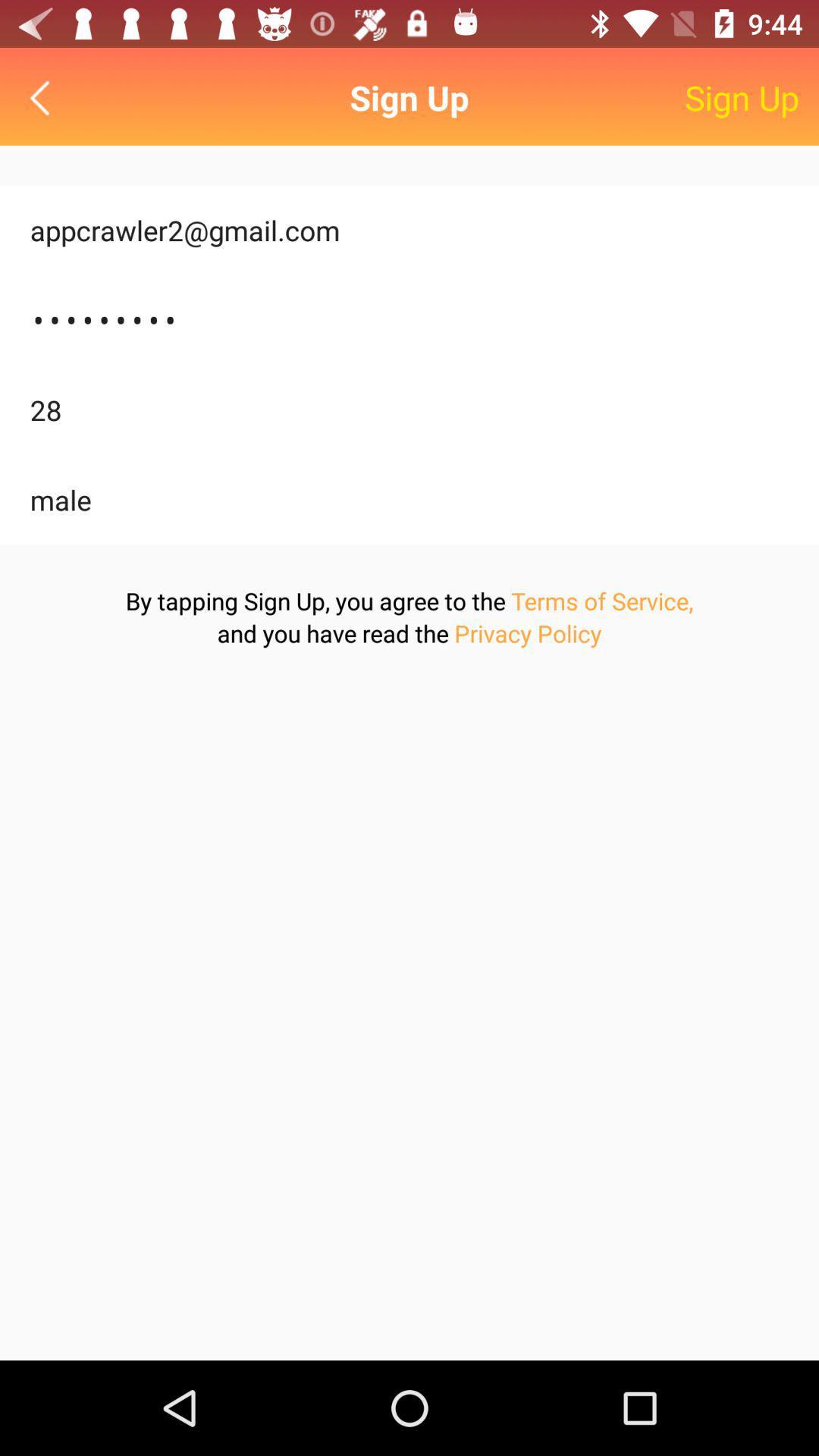 This screenshot has width=819, height=1456. Describe the element at coordinates (42, 97) in the screenshot. I see `icon next to the sign up` at that location.